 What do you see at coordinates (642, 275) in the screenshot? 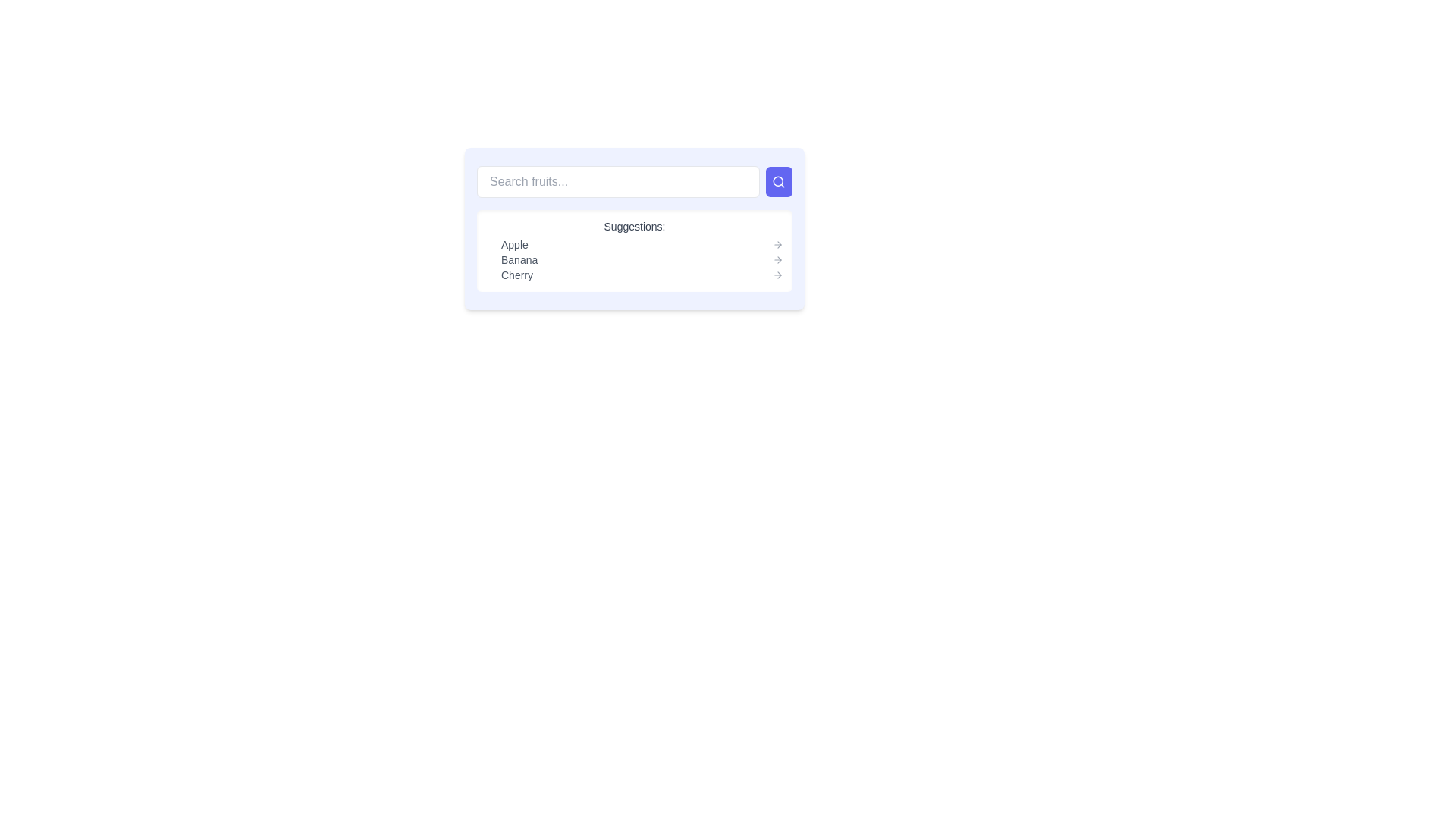
I see `the non-interactive list item displaying the option 'Cherry' in the suggestion dropdown menu` at bounding box center [642, 275].